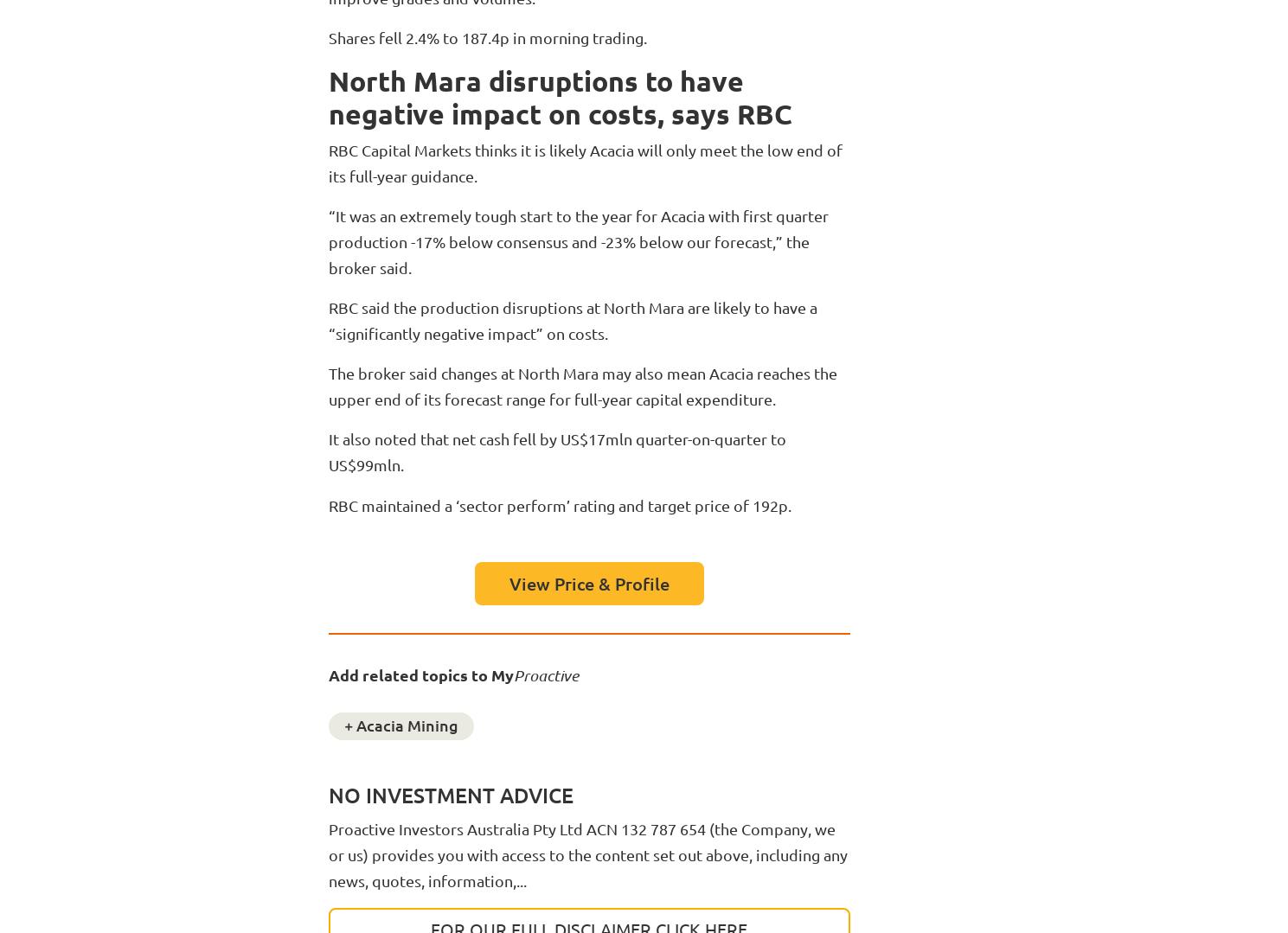 Image resolution: width=1288 pixels, height=933 pixels. Describe the element at coordinates (226, 547) in the screenshot. I see `'Investor deep dive'` at that location.